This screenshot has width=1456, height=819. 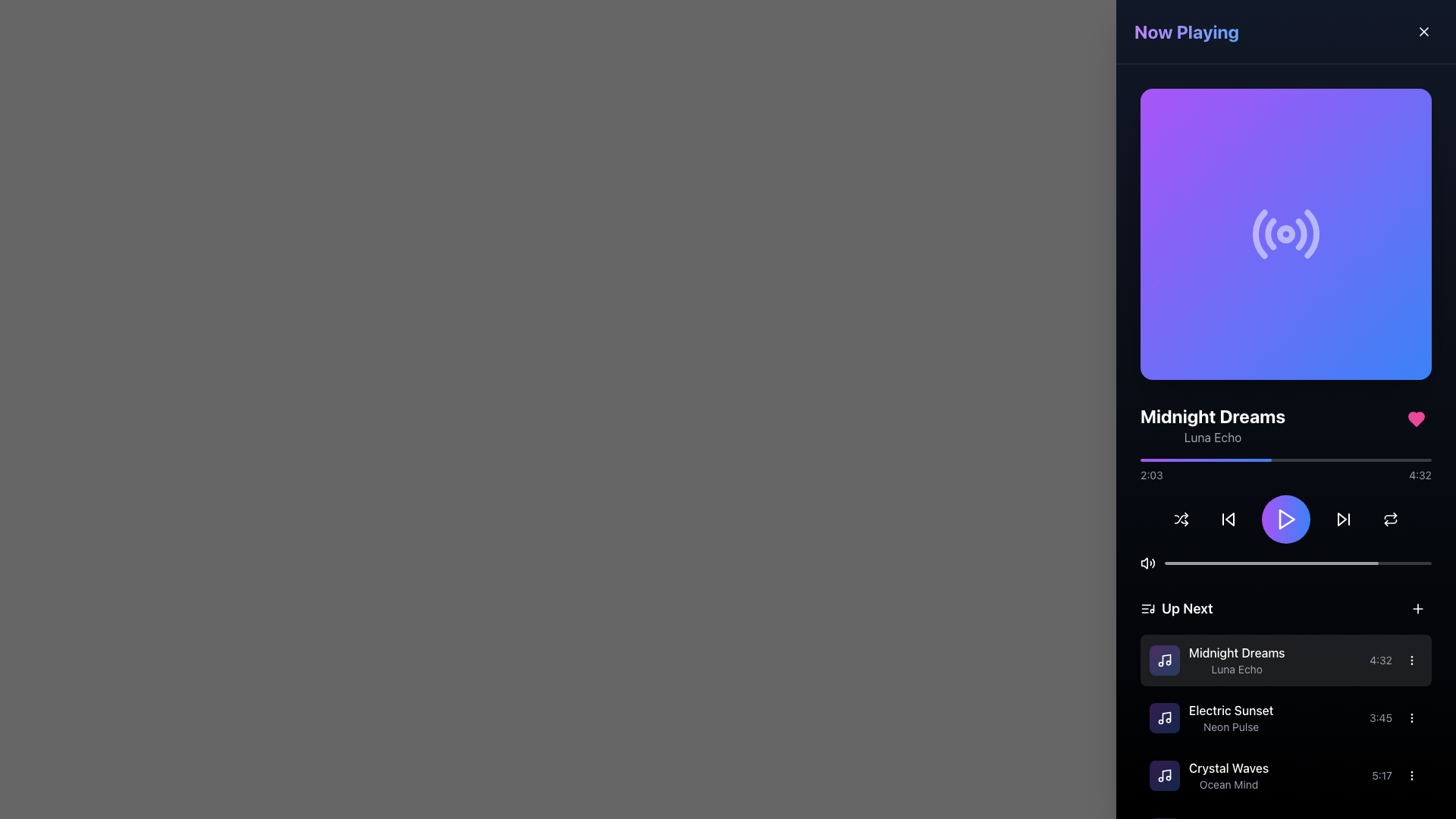 What do you see at coordinates (1231, 717) in the screenshot?
I see `the text display component for item titles and subtitles located` at bounding box center [1231, 717].